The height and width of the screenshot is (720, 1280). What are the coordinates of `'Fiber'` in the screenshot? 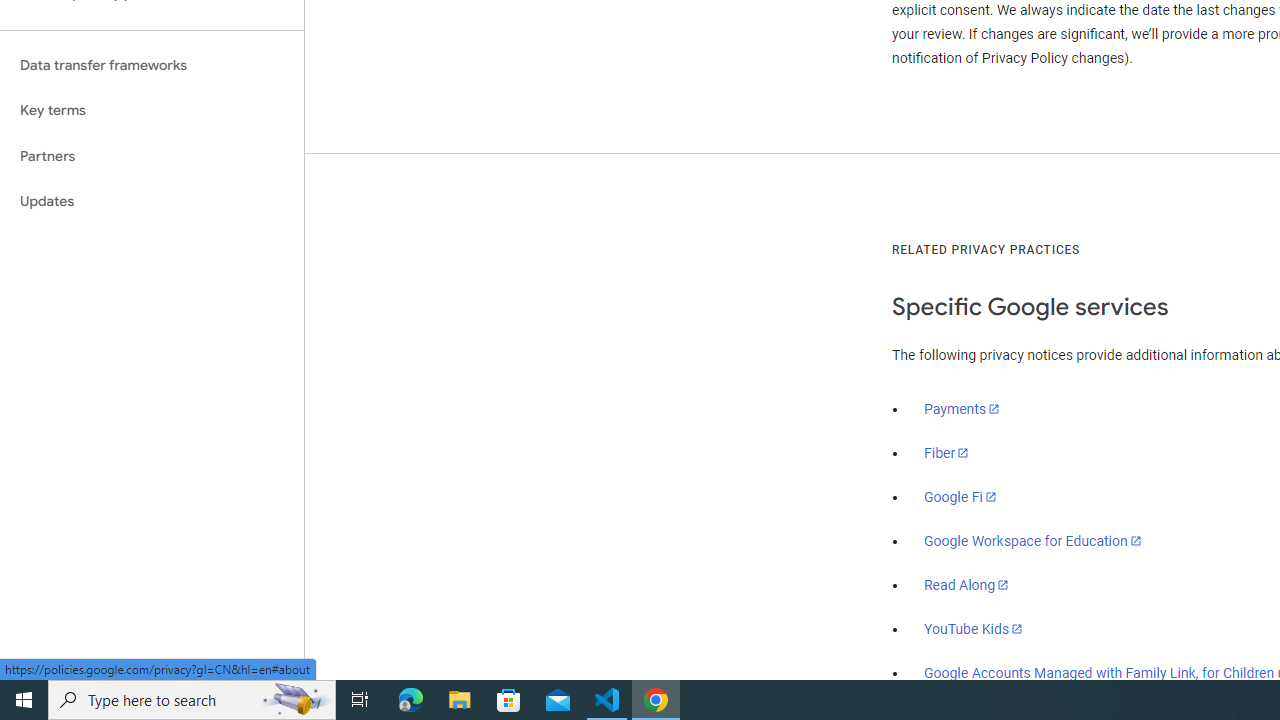 It's located at (946, 453).